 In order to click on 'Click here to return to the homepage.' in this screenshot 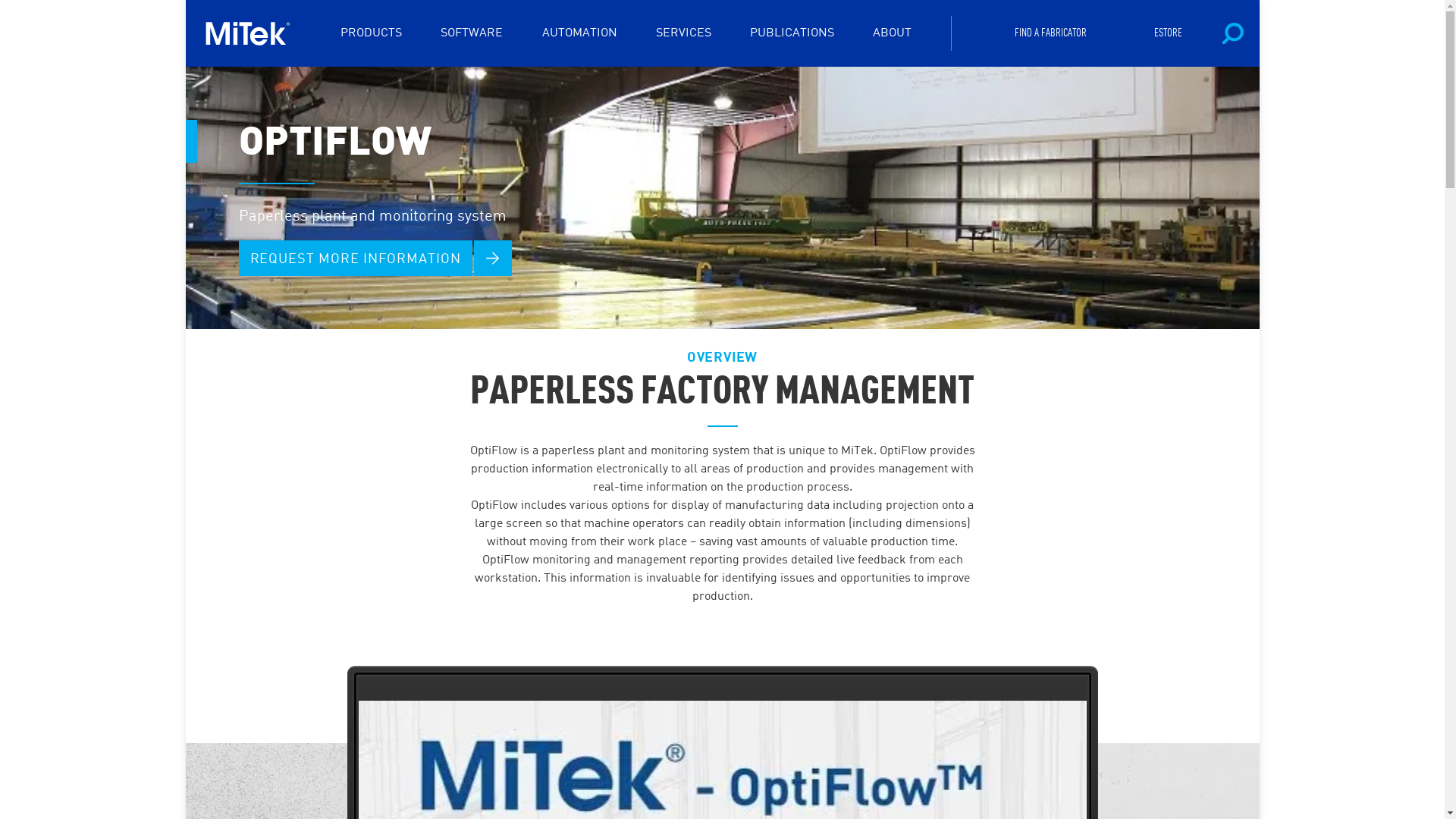, I will do `click(253, 33)`.